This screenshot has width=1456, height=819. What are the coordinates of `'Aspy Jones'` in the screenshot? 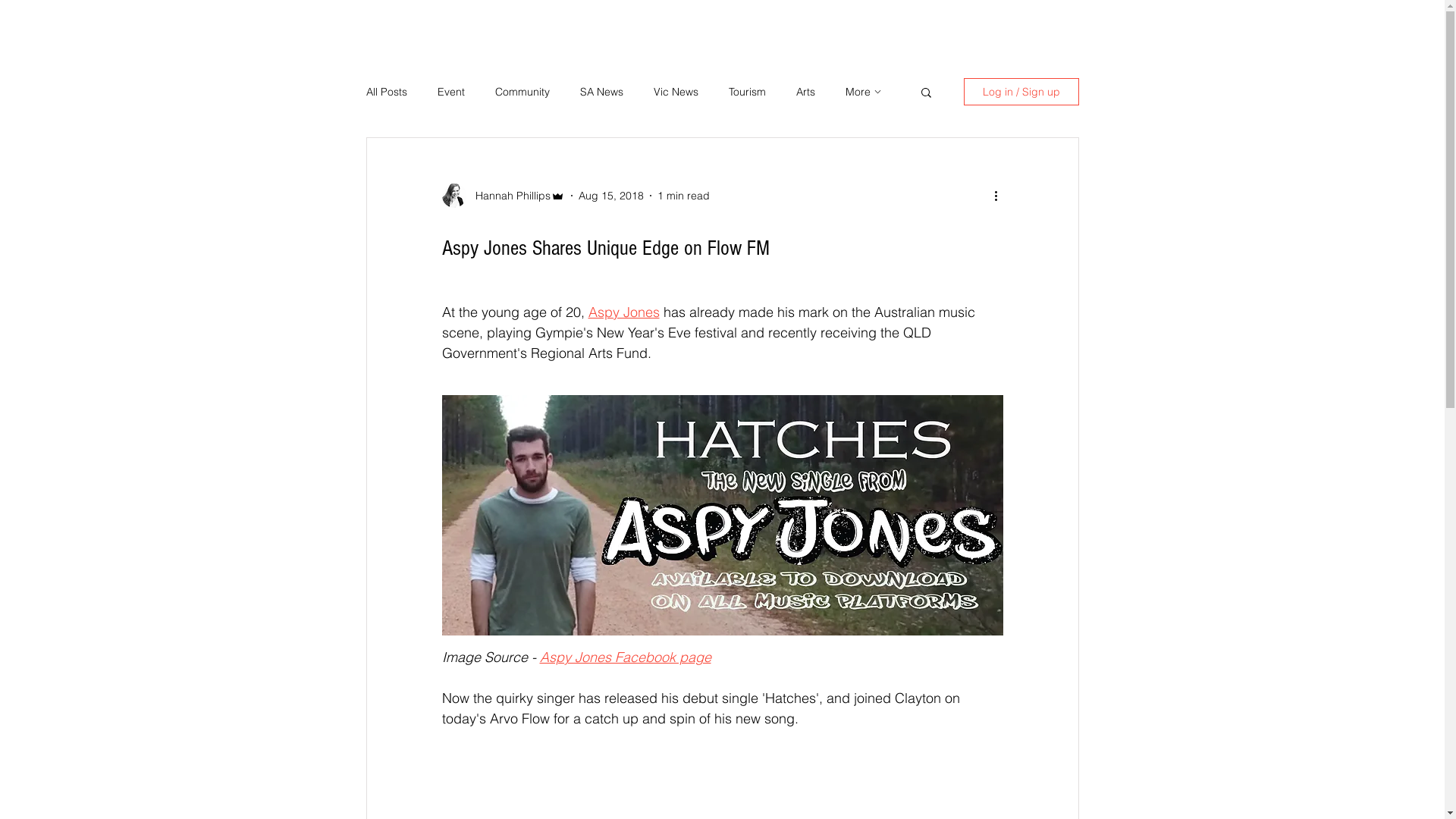 It's located at (623, 311).